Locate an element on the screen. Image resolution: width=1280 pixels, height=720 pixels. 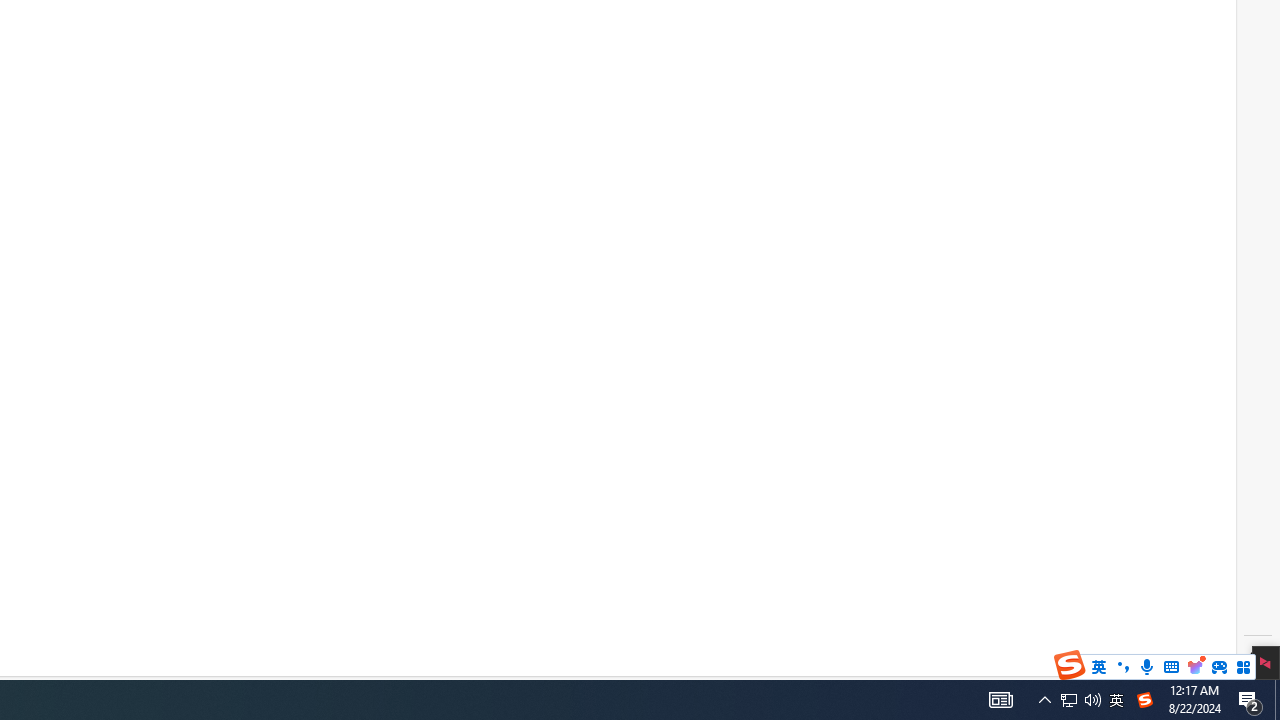
'Q2790: 100%' is located at coordinates (1092, 698).